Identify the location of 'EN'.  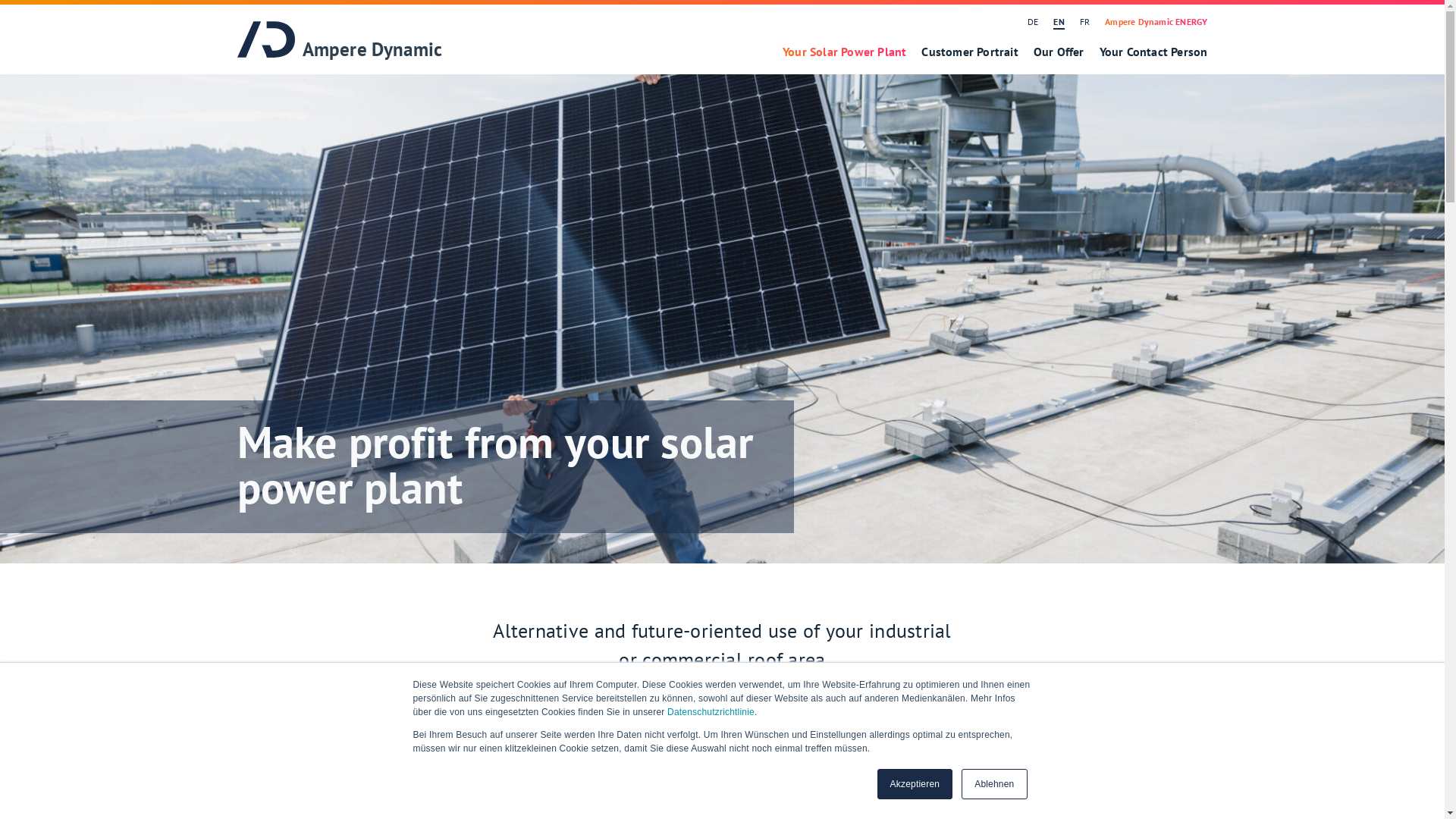
(1044, 21).